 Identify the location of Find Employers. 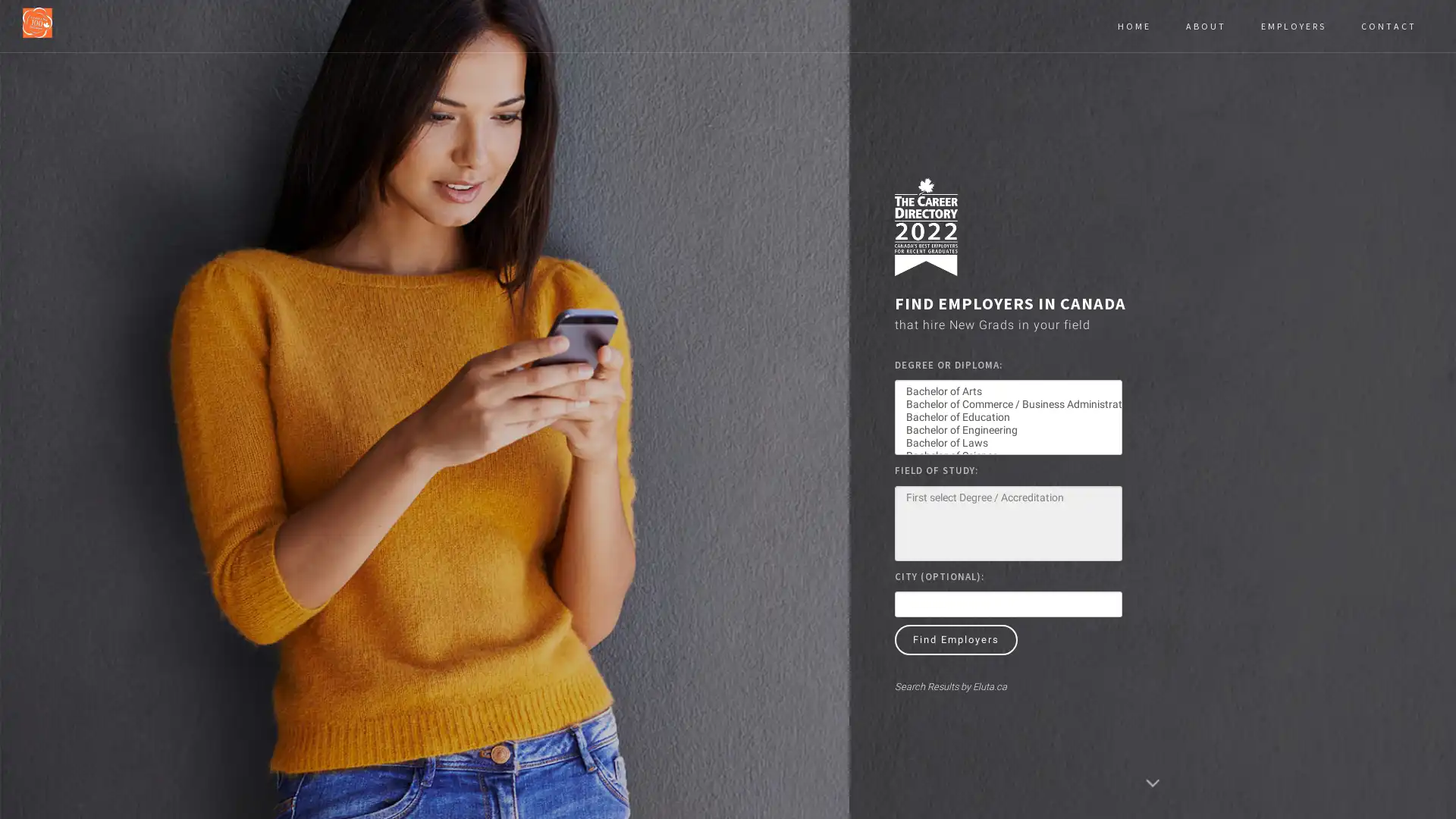
(955, 640).